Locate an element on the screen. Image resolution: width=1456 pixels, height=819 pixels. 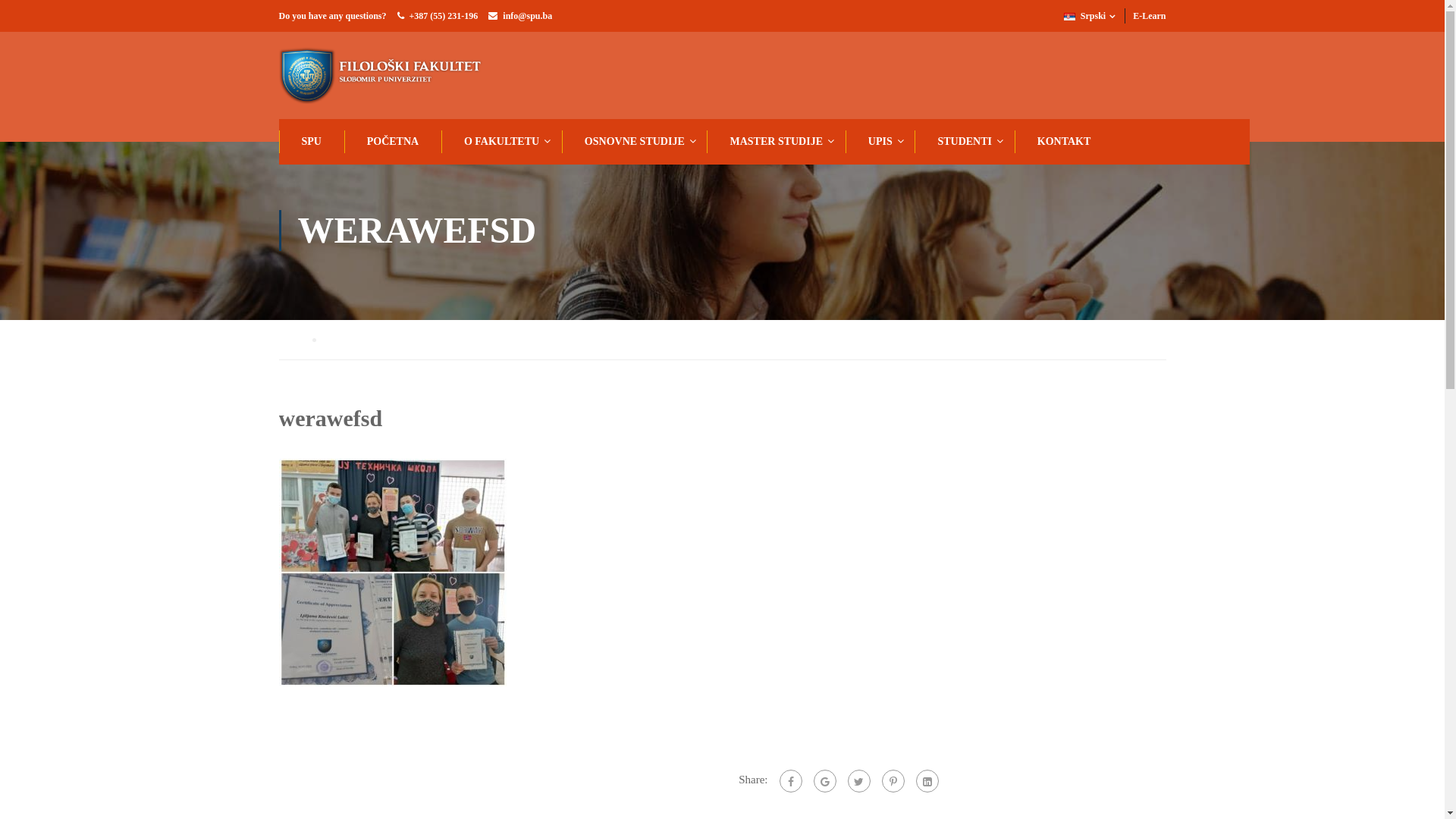
'Google Plus' is located at coordinates (823, 780).